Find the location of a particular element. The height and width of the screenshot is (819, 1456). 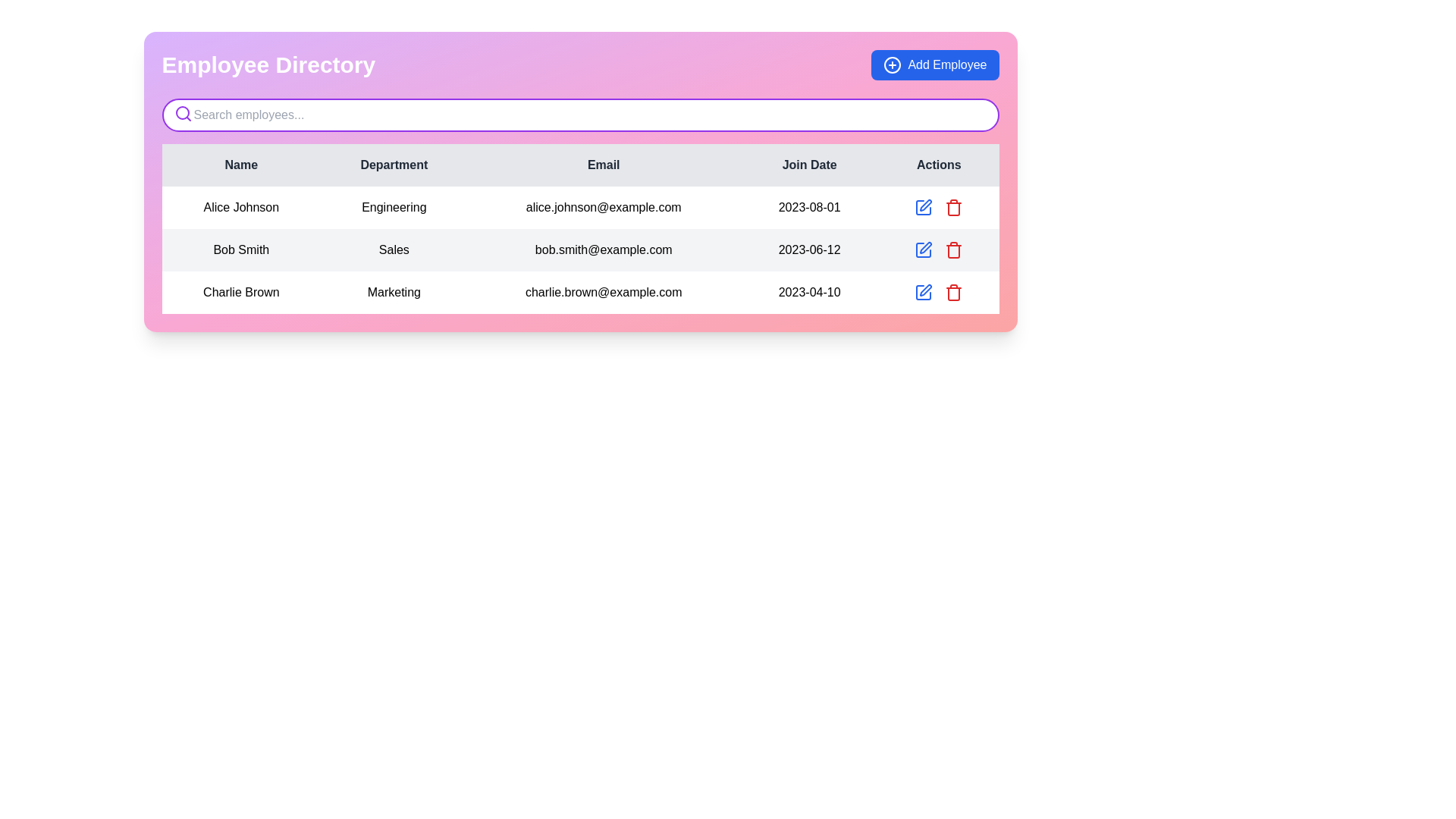

the pen-shaped icon in the 'Actions' column of the table, specifically in the second row associated with 'Bob Smith, Sales' is located at coordinates (925, 247).